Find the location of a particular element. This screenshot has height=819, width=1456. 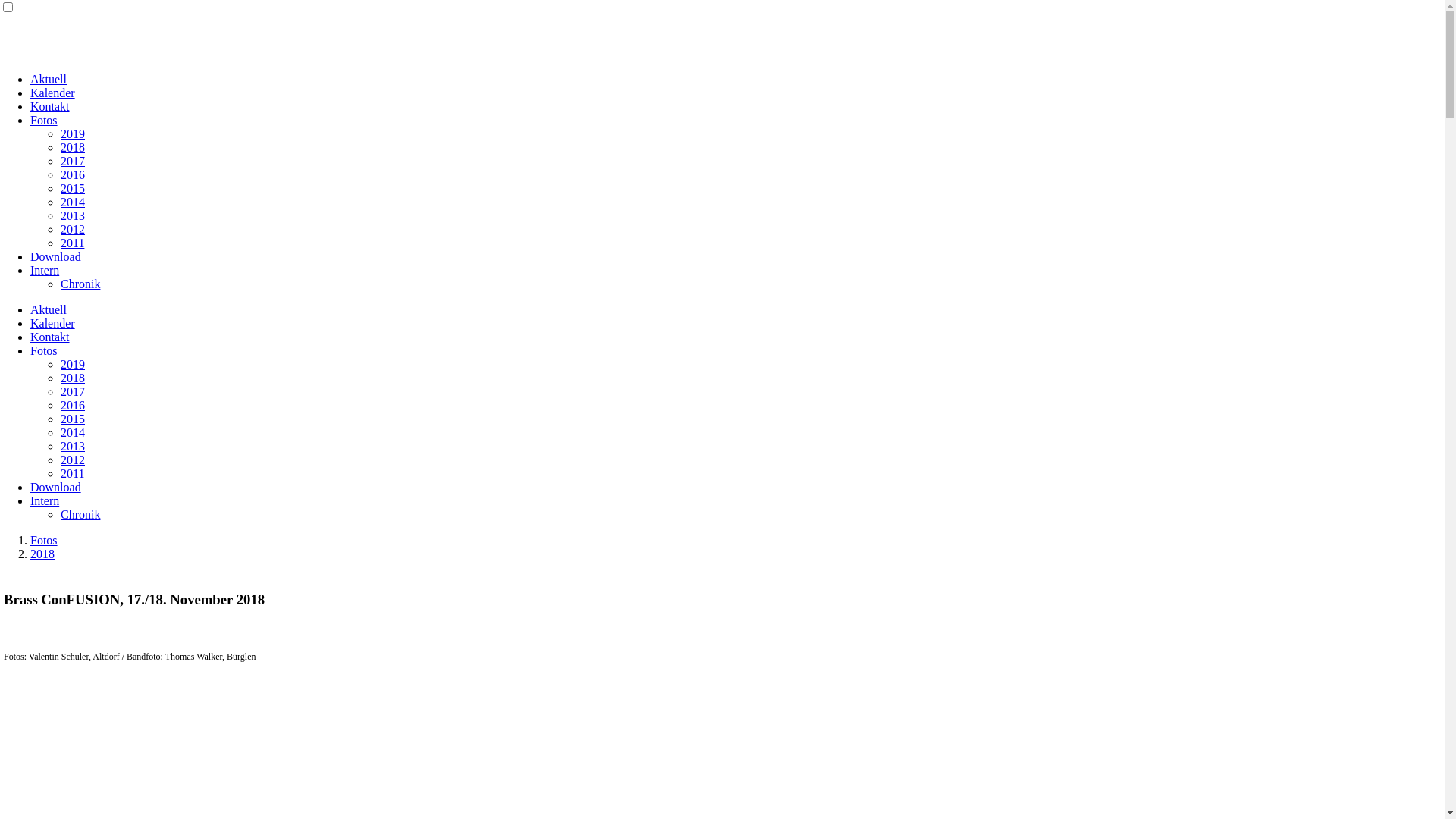

'Fotos' is located at coordinates (30, 350).